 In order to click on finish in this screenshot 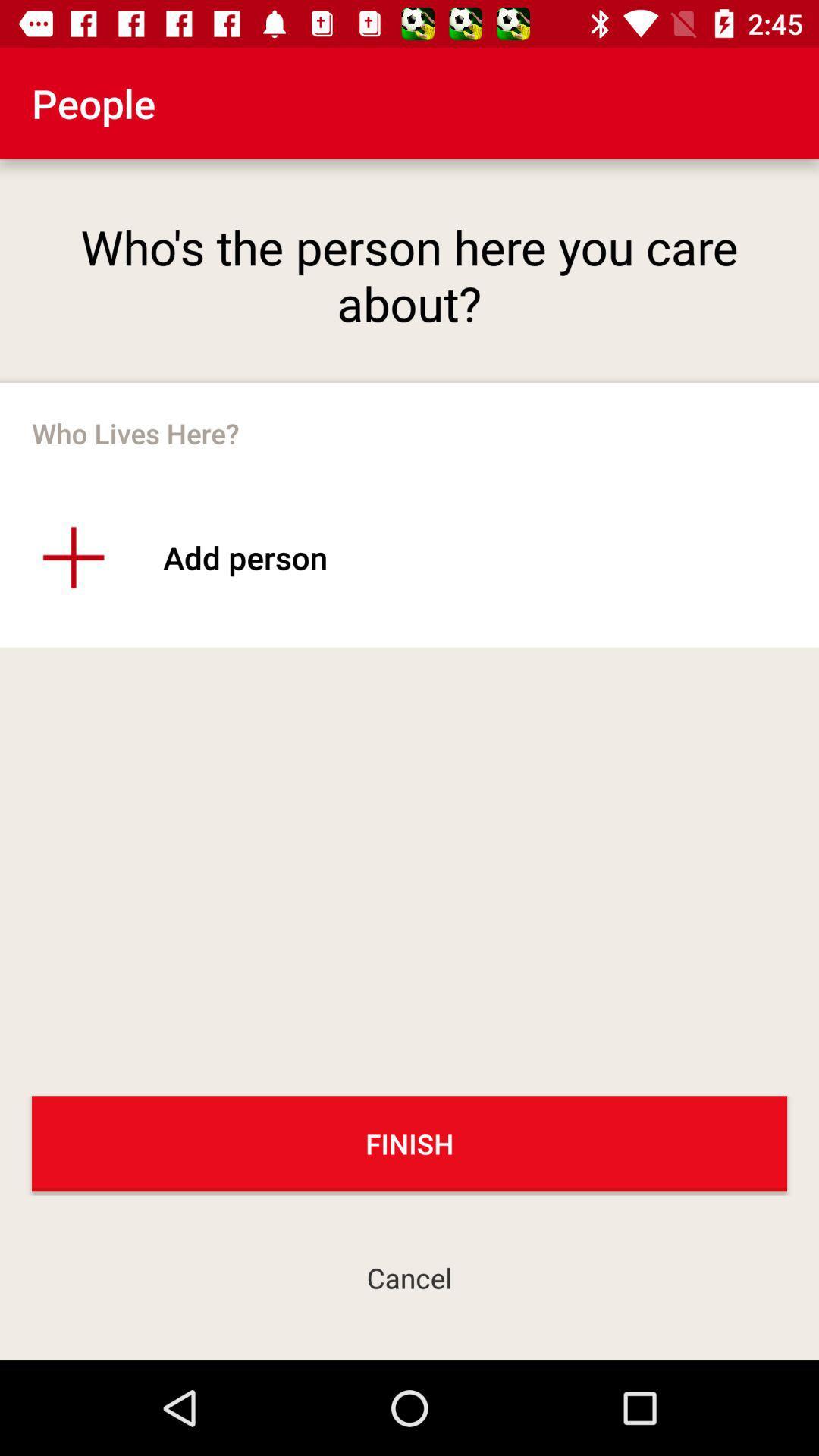, I will do `click(409, 1144)`.